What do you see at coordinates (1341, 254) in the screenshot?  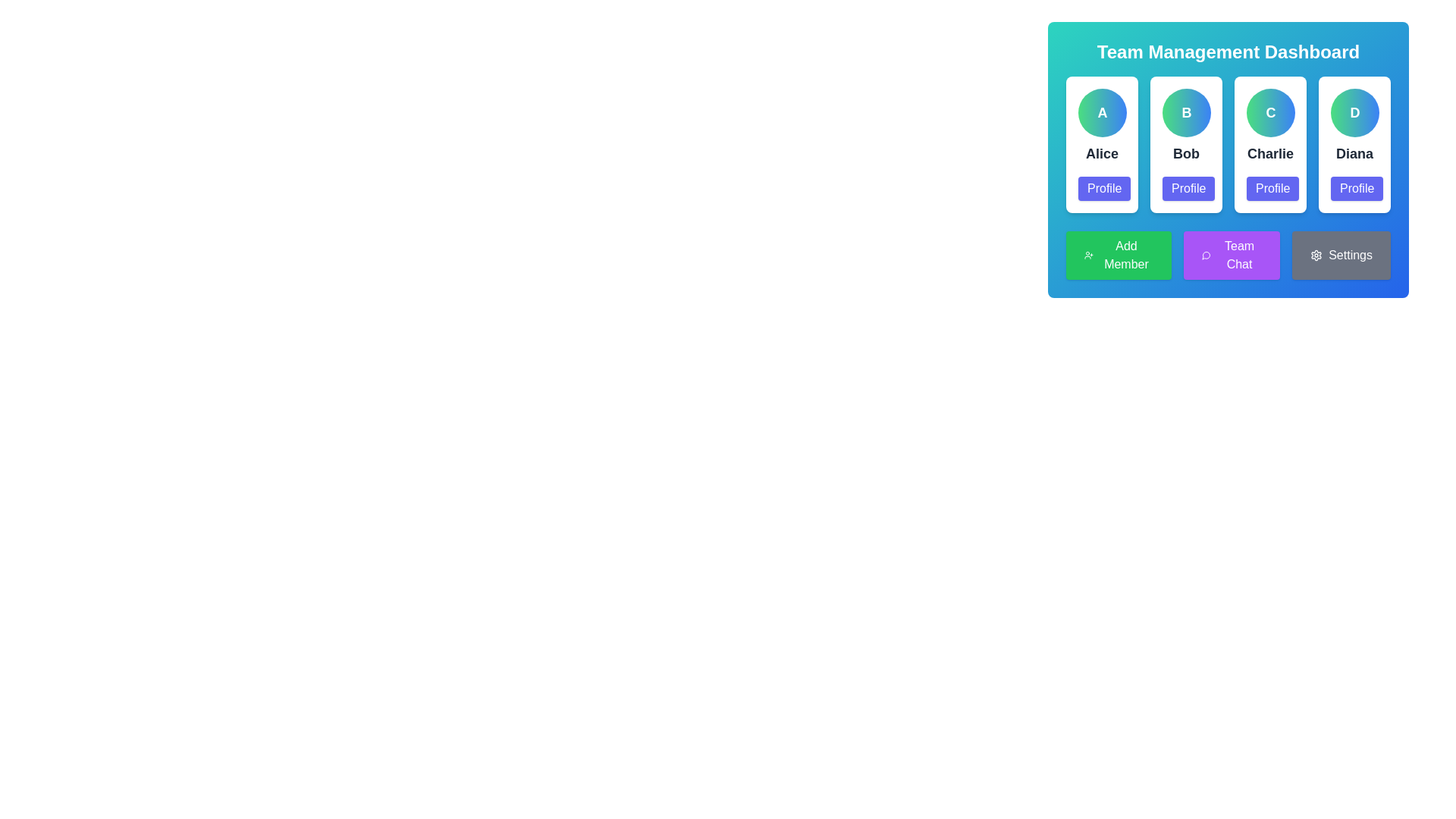 I see `the 'Settings' button, which is a gray rectangular button with rounded corners and a gear icon, located at the bottom of the 'Team Management Dashboard'` at bounding box center [1341, 254].